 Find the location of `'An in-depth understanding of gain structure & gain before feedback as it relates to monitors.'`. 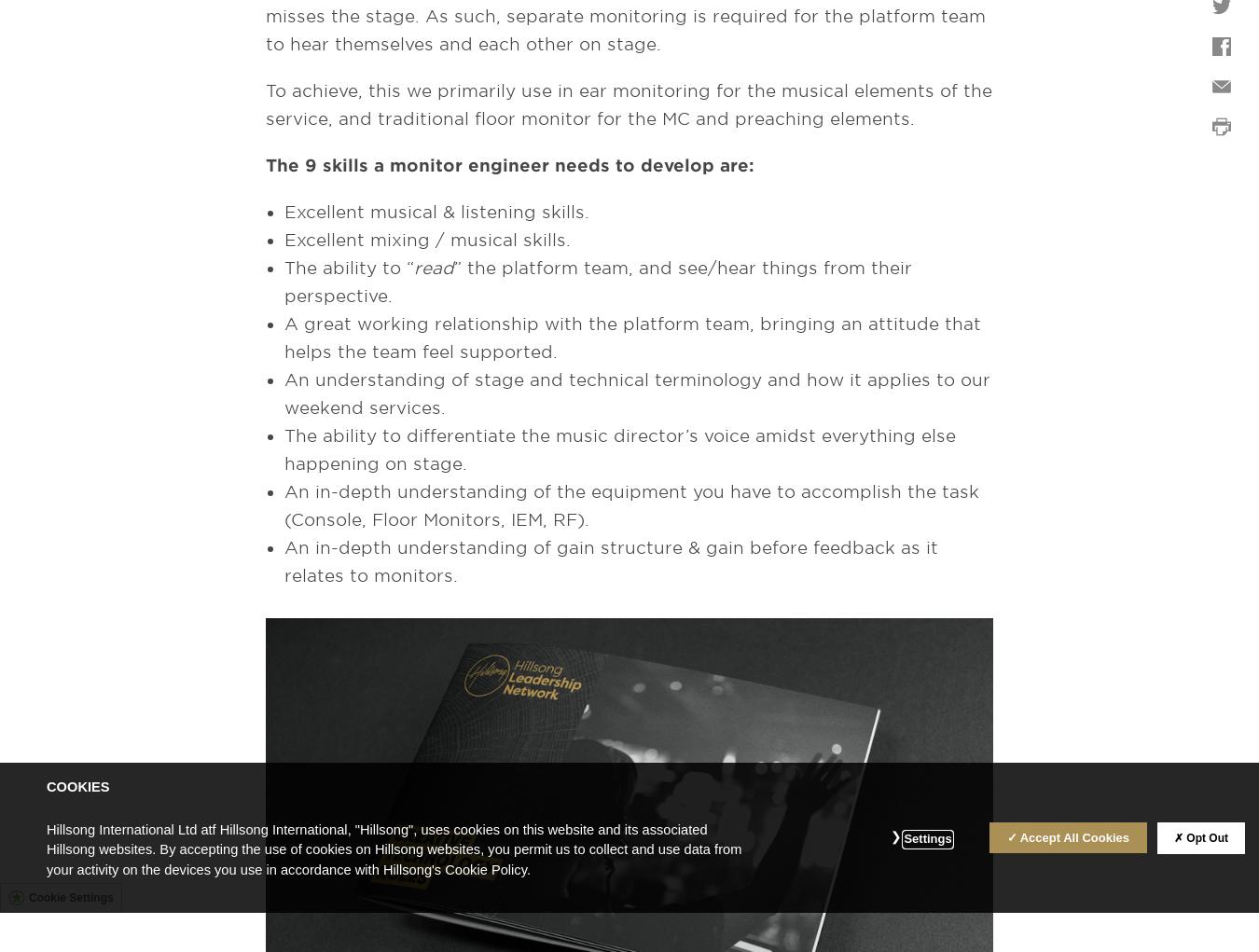

'An in-depth understanding of gain structure & gain before feedback as it relates to monitors.' is located at coordinates (611, 561).